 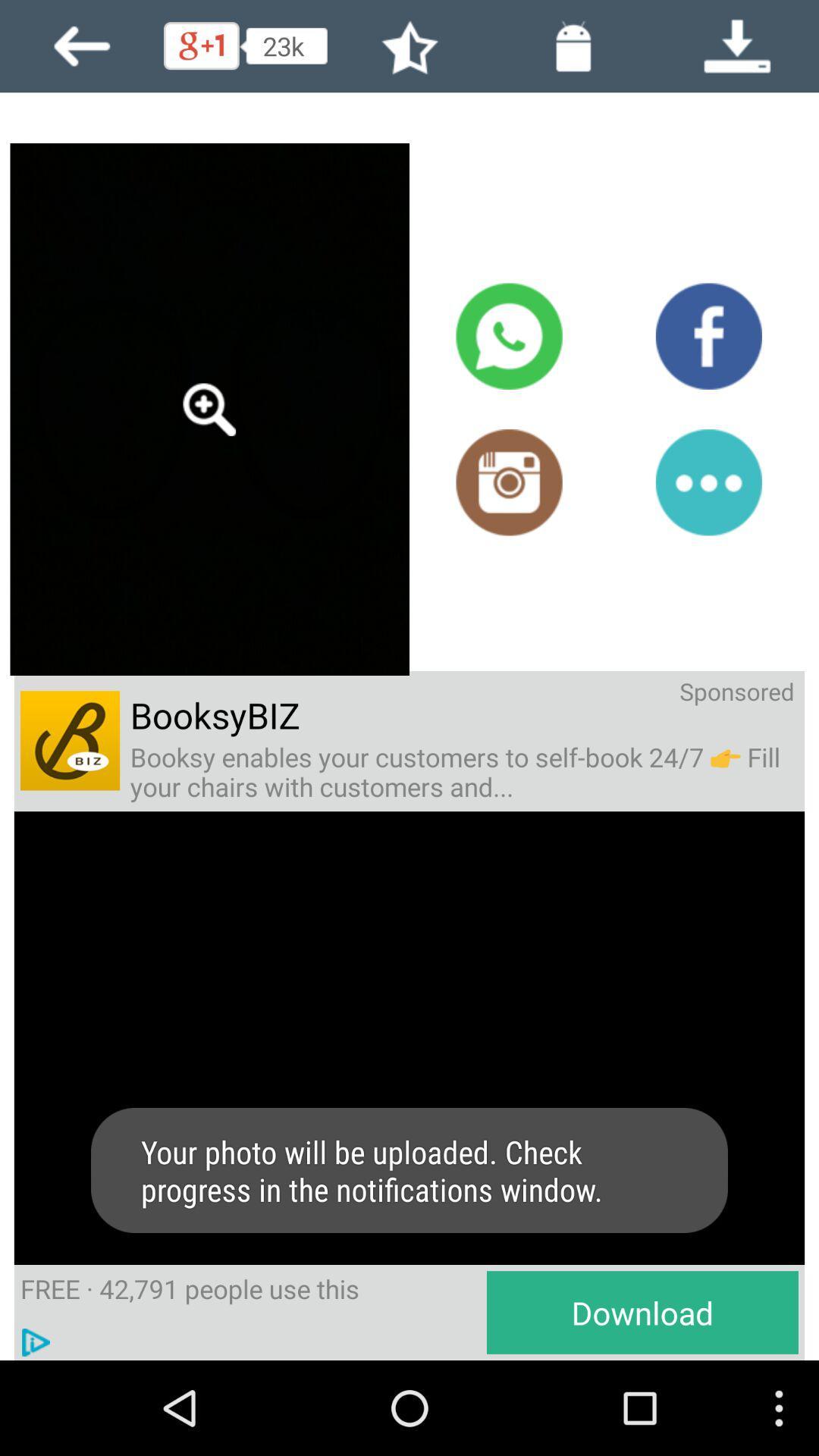 What do you see at coordinates (70, 741) in the screenshot?
I see `the icon which is before the booksybiz` at bounding box center [70, 741].